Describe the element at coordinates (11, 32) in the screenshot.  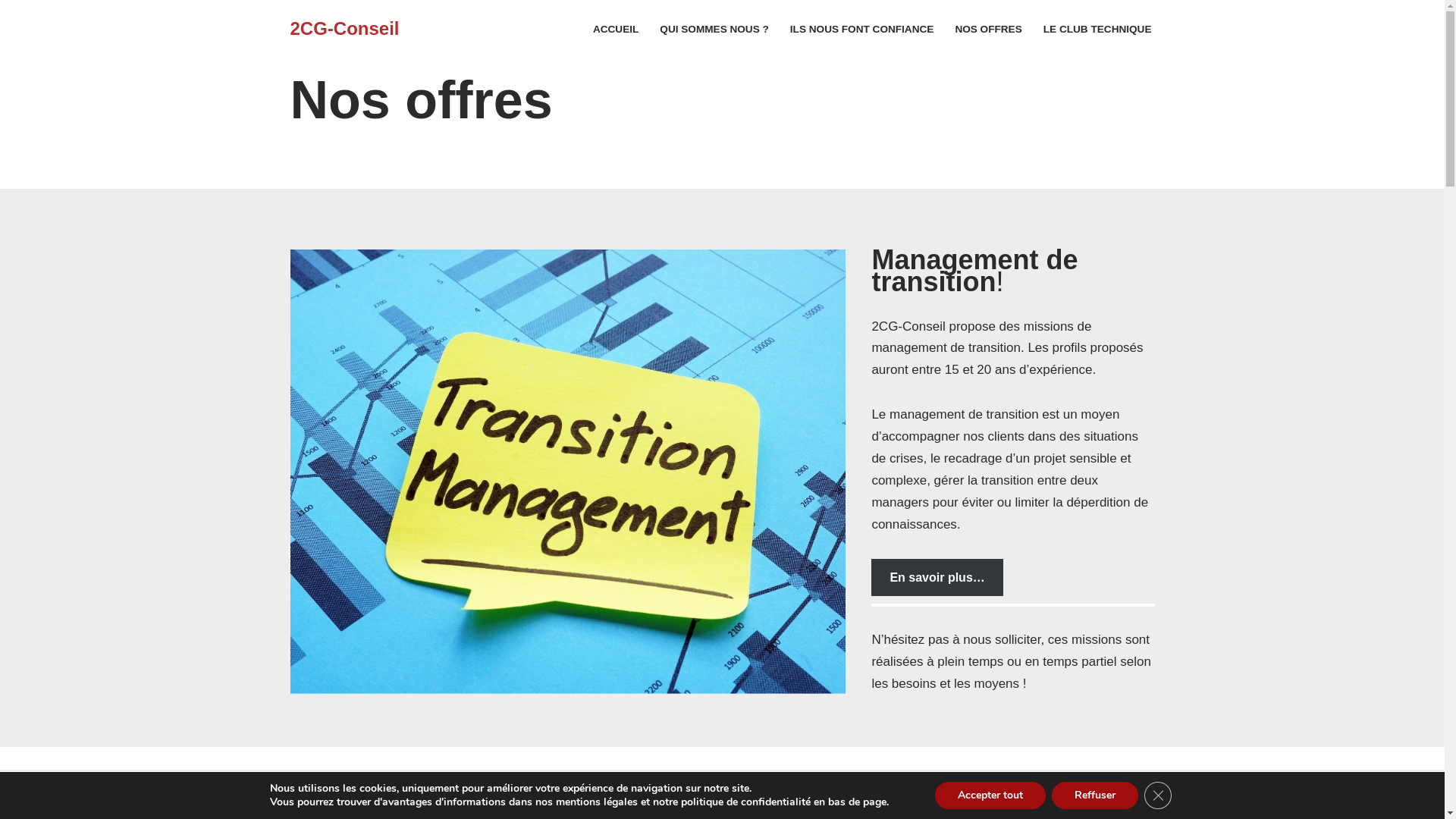
I see `'Skip to content'` at that location.